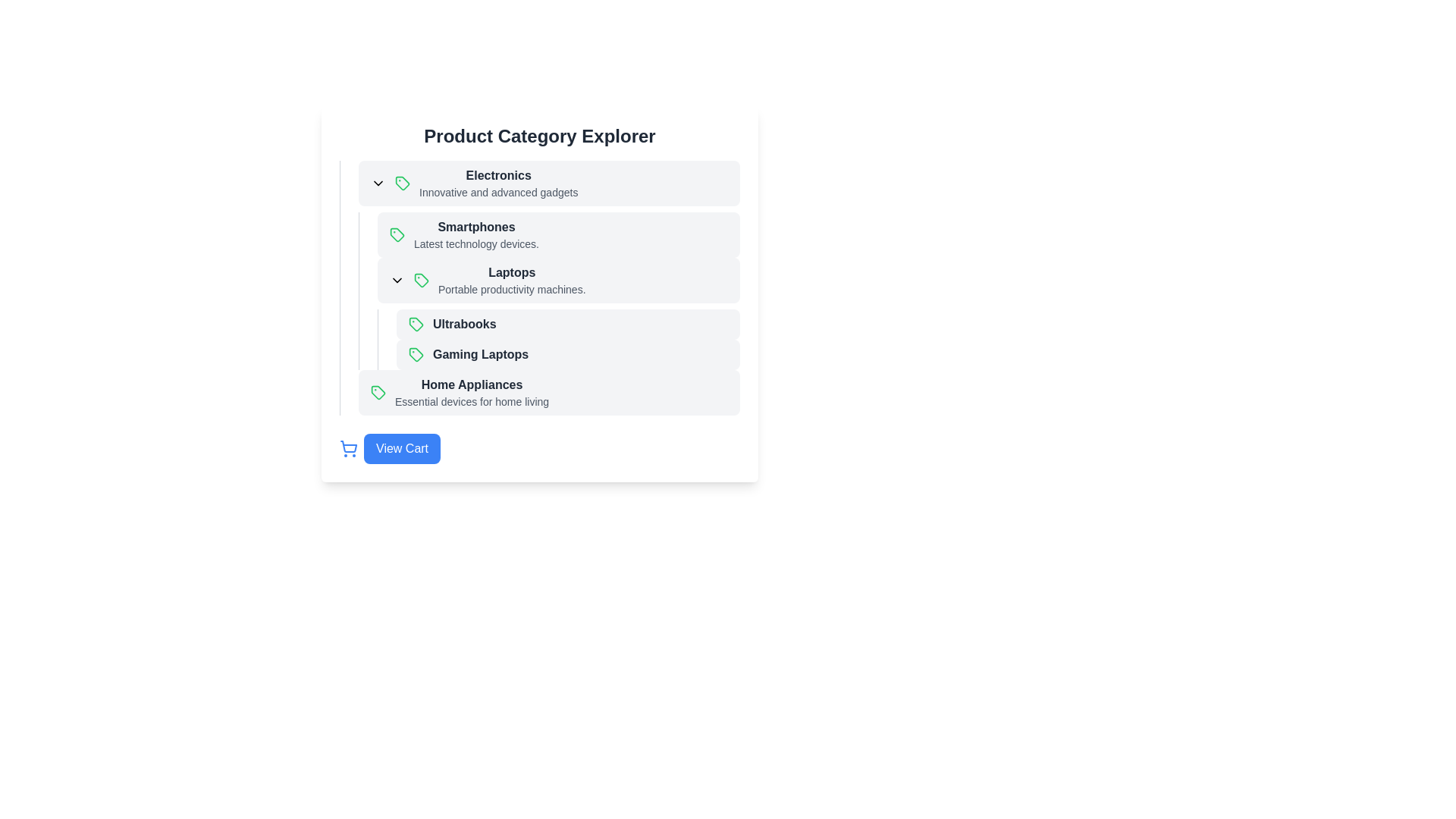  What do you see at coordinates (475, 243) in the screenshot?
I see `the text label displaying 'Latest technology devices.' which is styled in grey and positioned below the 'Smartphones' text` at bounding box center [475, 243].